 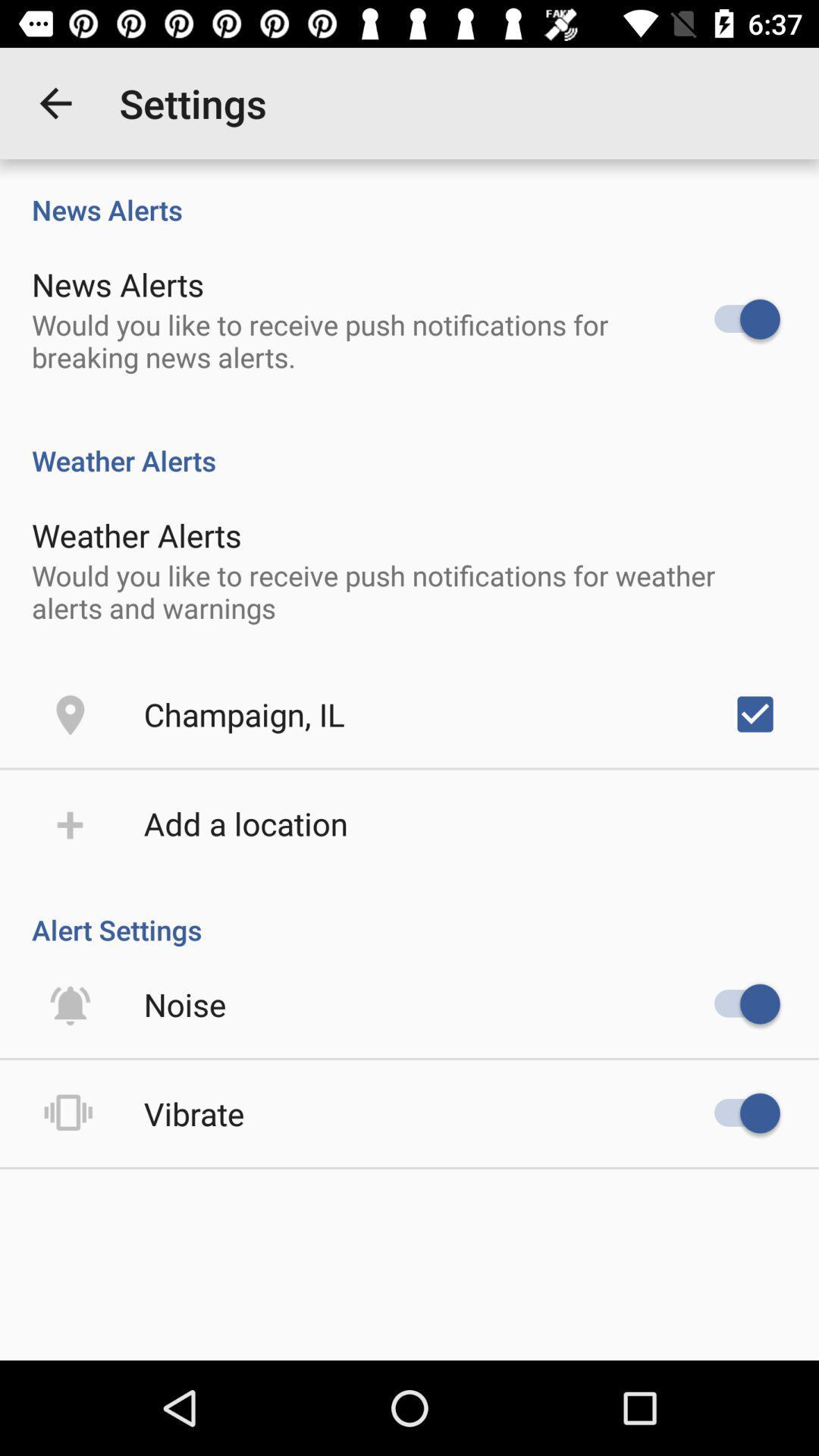 What do you see at coordinates (755, 713) in the screenshot?
I see `icon to the right of the champaign, il` at bounding box center [755, 713].